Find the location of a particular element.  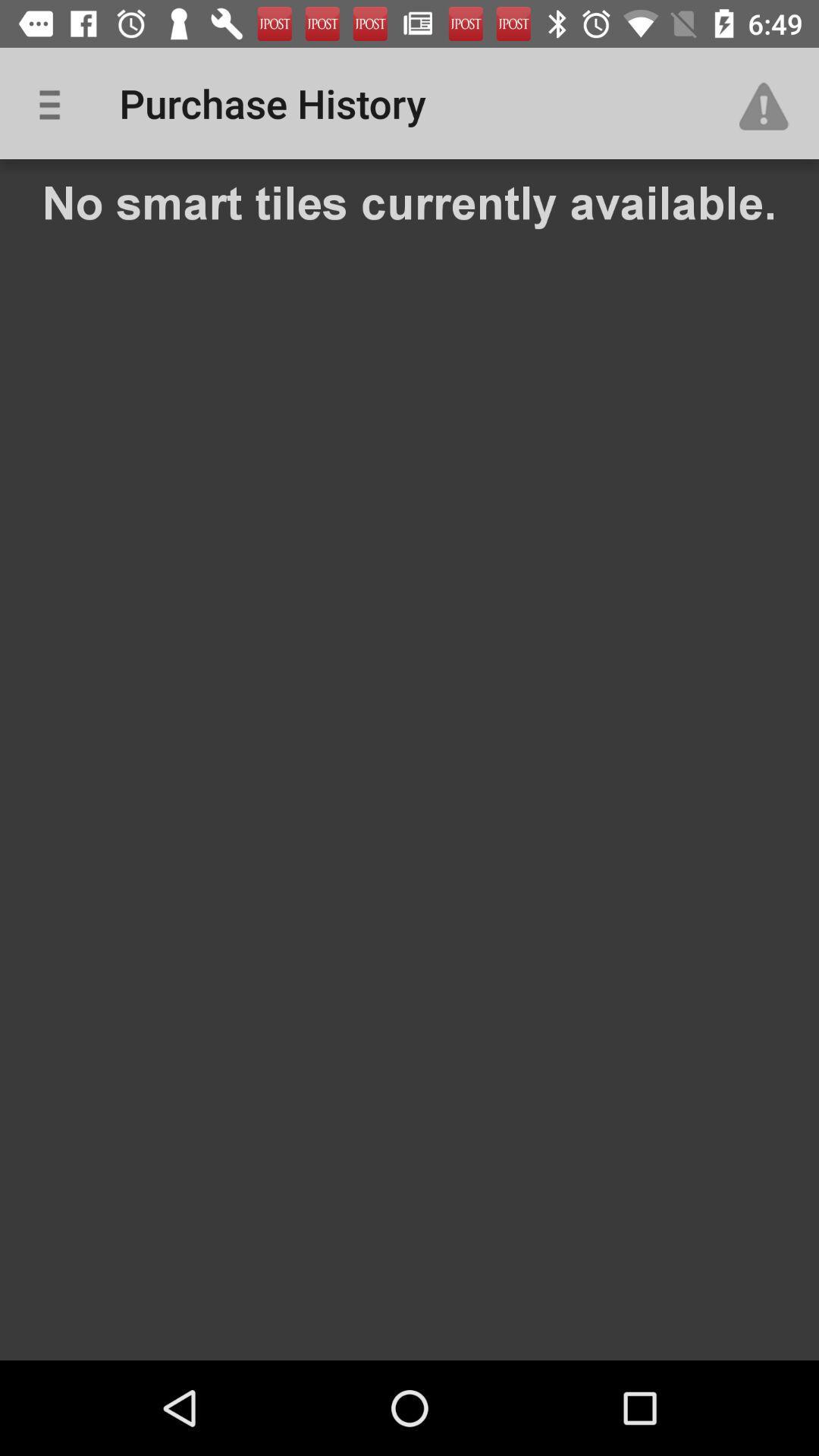

icon at the top right corner is located at coordinates (771, 102).